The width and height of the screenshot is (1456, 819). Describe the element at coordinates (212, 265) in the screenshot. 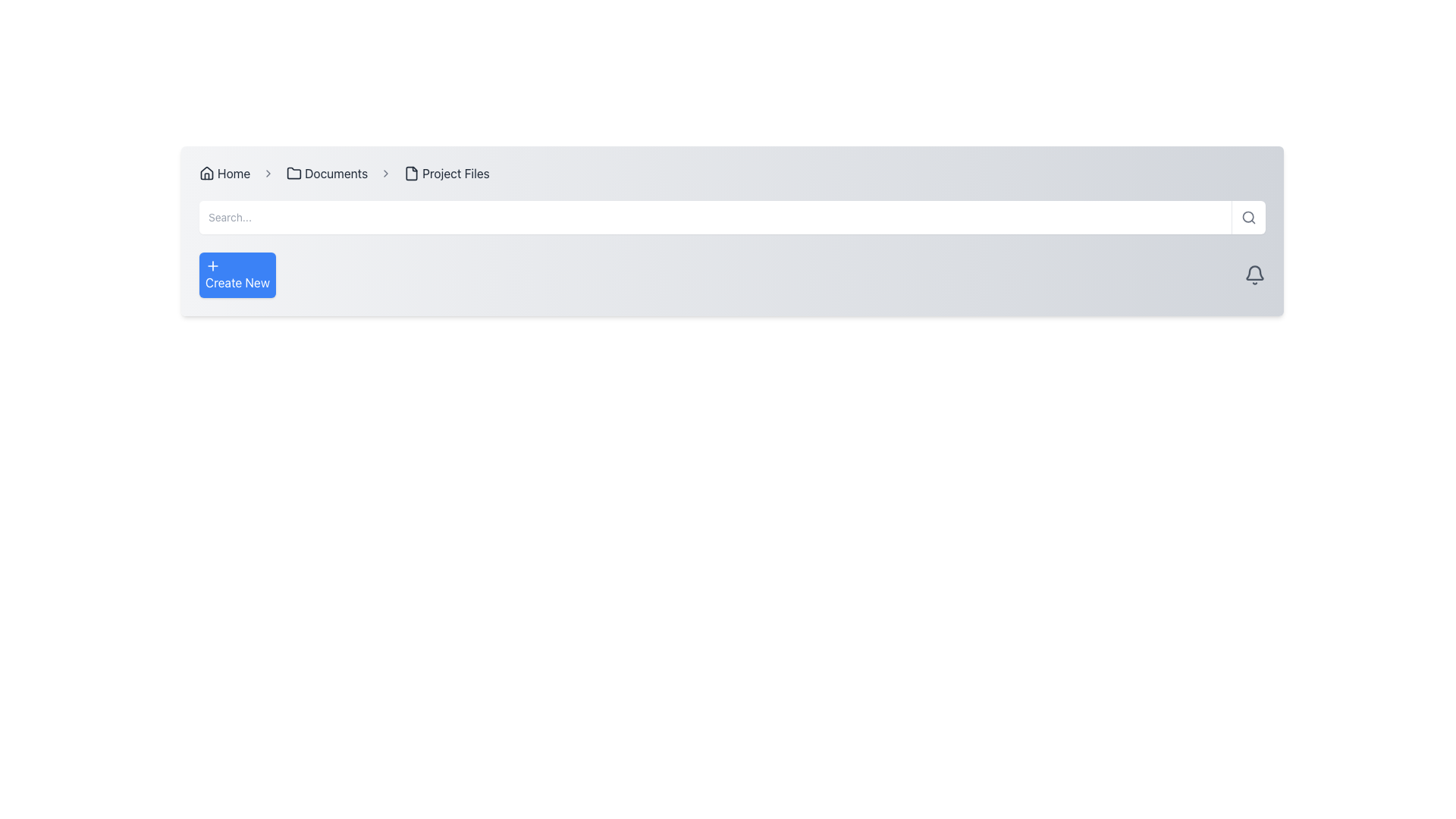

I see `the icon` at that location.